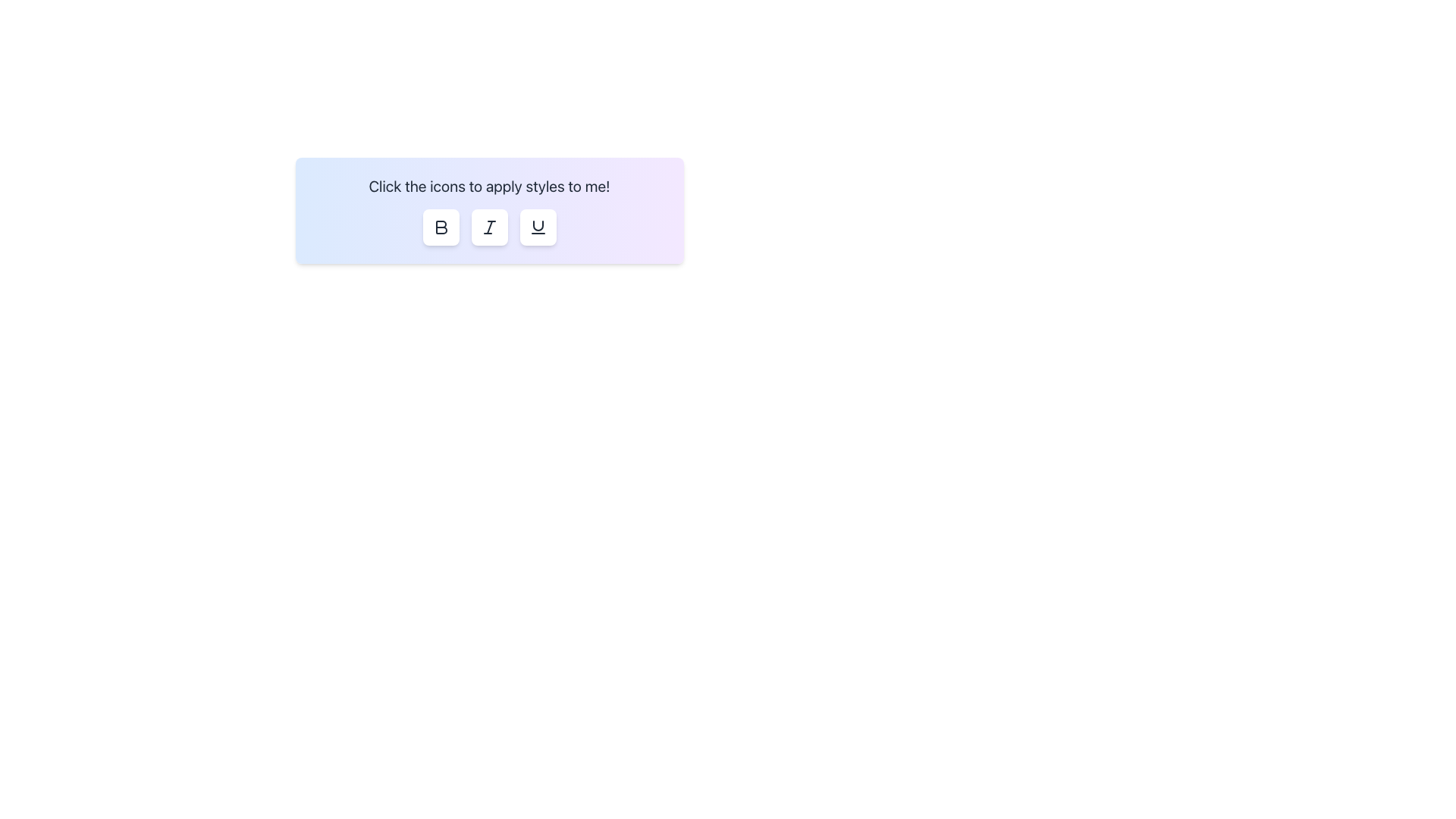 This screenshot has width=1456, height=819. I want to click on the bold formatting button, which is the first icon in a row of three, so click(440, 227).